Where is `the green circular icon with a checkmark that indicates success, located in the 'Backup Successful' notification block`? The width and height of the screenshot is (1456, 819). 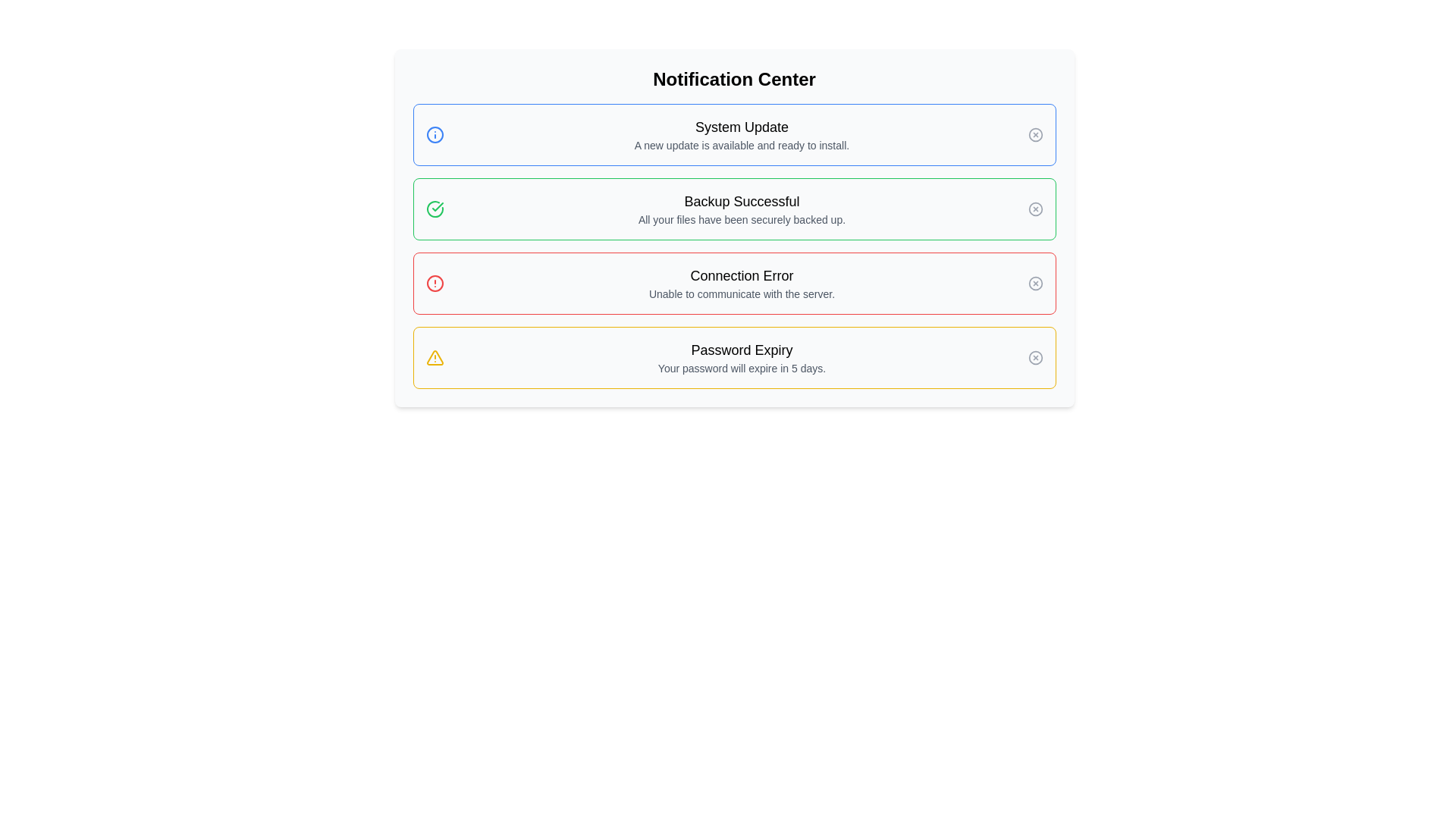
the green circular icon with a checkmark that indicates success, located in the 'Backup Successful' notification block is located at coordinates (434, 209).